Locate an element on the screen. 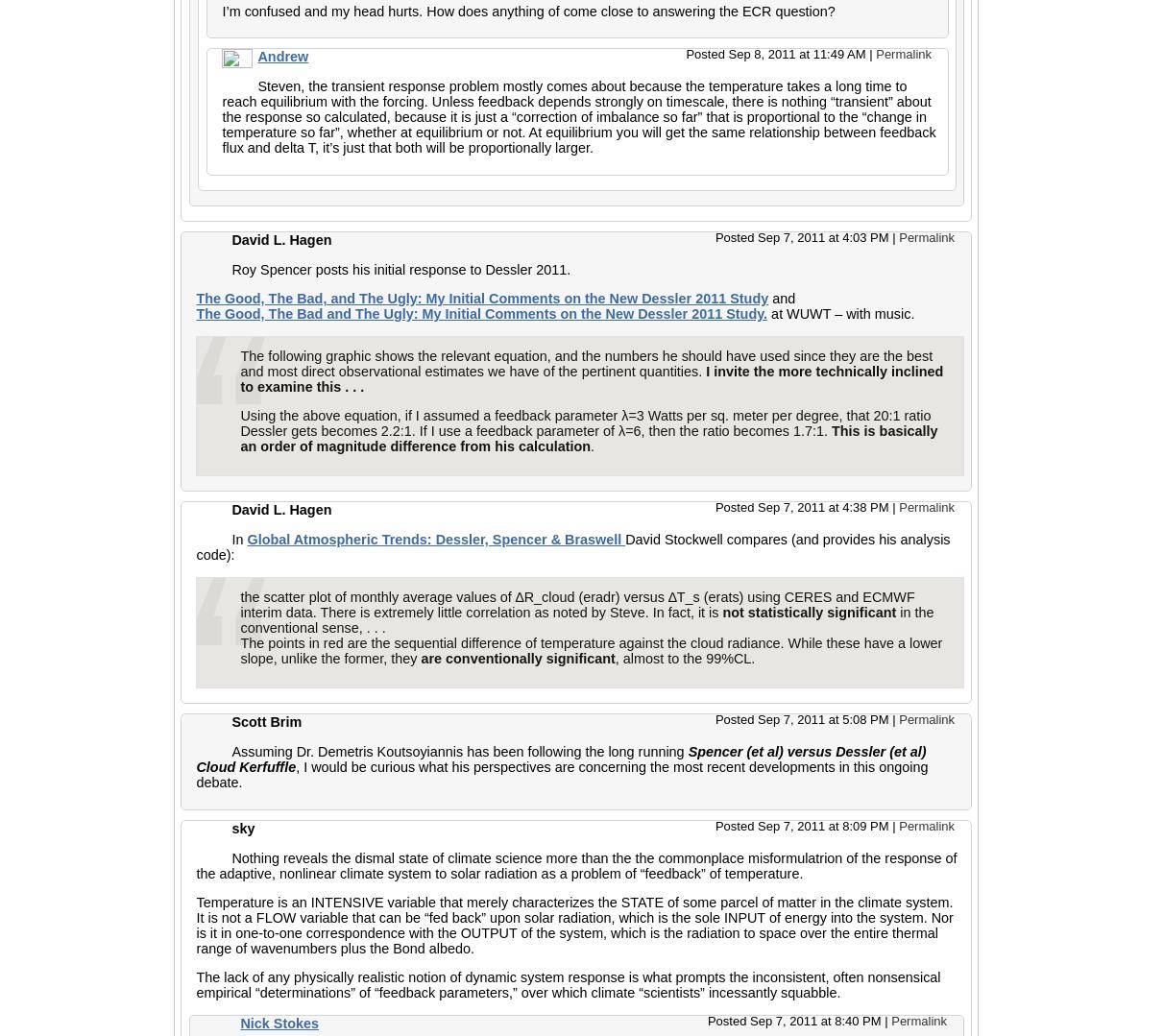 The height and width of the screenshot is (1036, 1164). 'I’m confused and my head hurts. How does anything of come close to answering the ECR question?' is located at coordinates (528, 11).